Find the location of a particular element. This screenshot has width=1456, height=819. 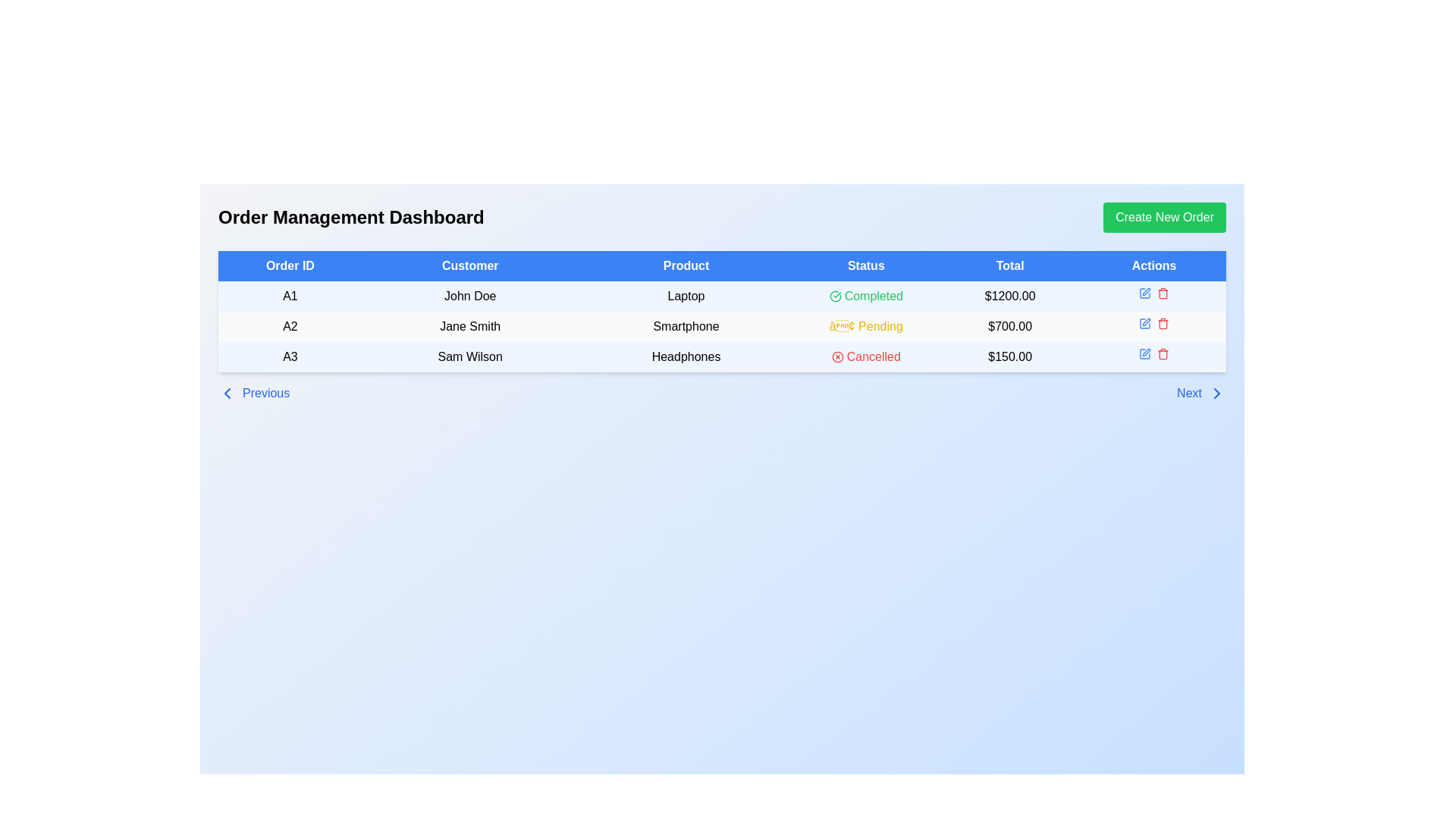

the first row of the Order Management Dashboard table, which displays order details including identification number 'A1', customer name 'John Doe', product 'Laptop', order status 'Completed', and total cost '$1200.00' is located at coordinates (721, 296).